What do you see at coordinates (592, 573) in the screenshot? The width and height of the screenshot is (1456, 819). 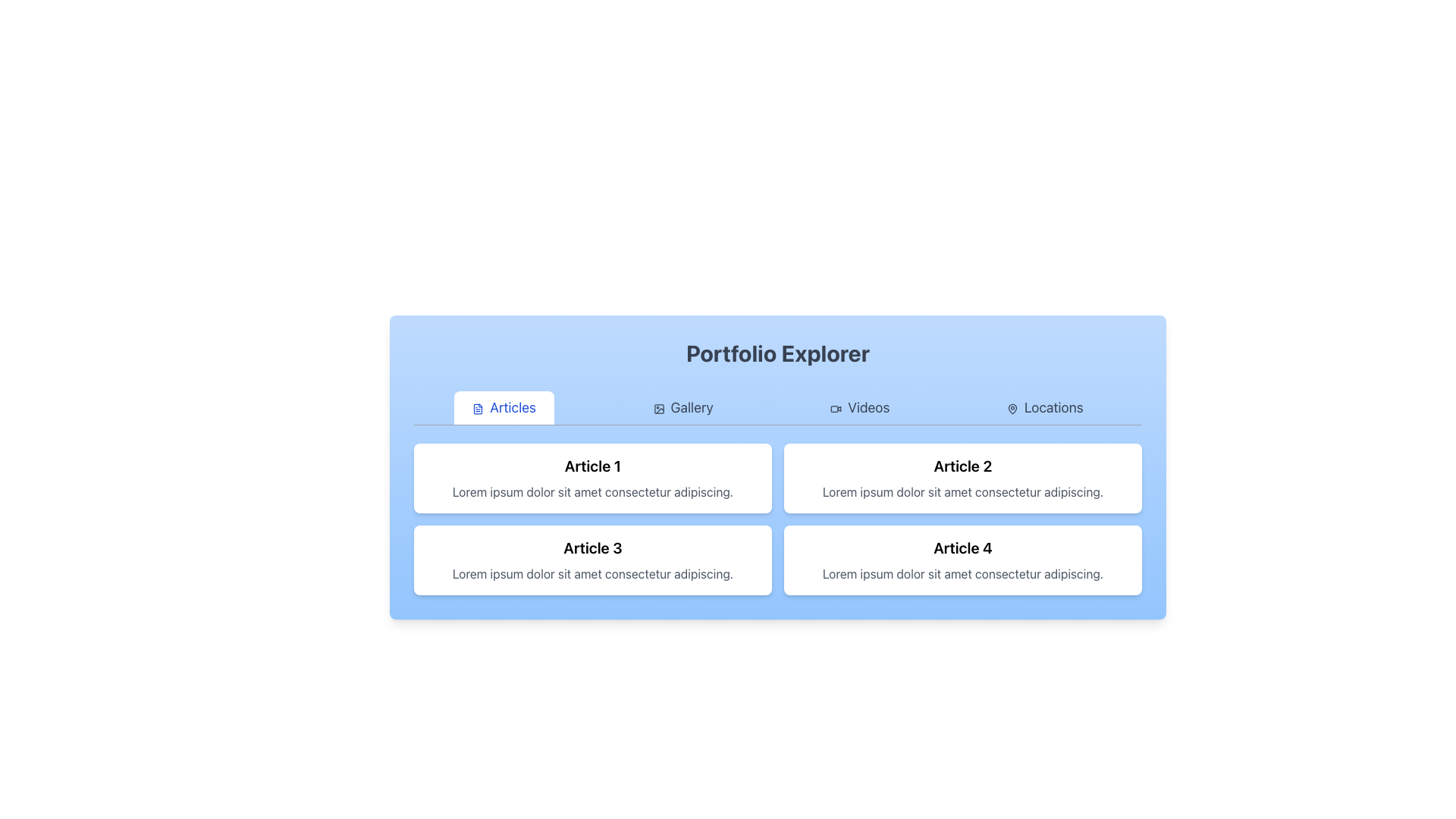 I see `the text block that provides additional context for the 'Article 3' card located in the bottom left quadrant of the four-card grid layout` at bounding box center [592, 573].